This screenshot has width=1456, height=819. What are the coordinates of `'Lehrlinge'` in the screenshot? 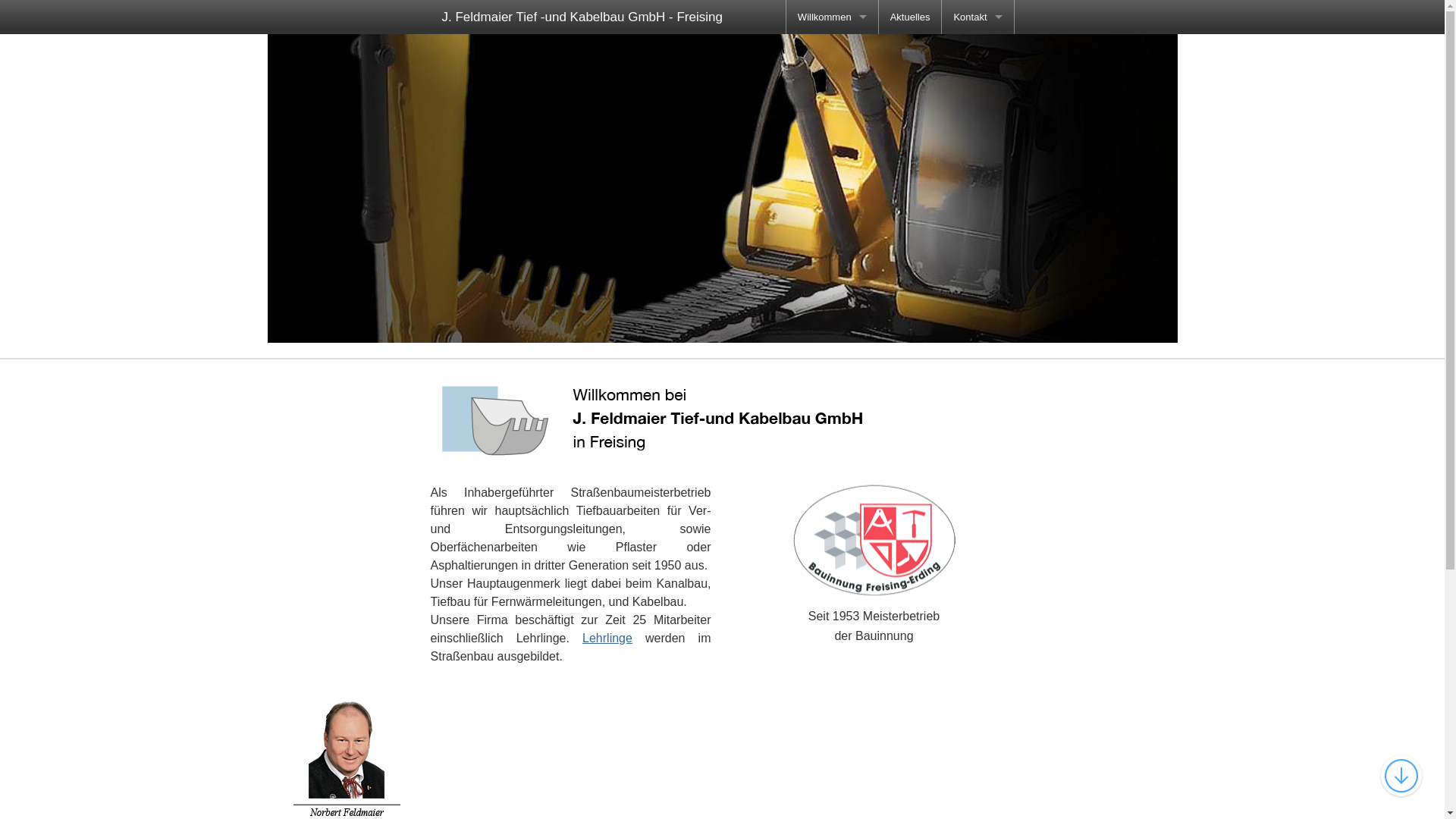 It's located at (582, 638).